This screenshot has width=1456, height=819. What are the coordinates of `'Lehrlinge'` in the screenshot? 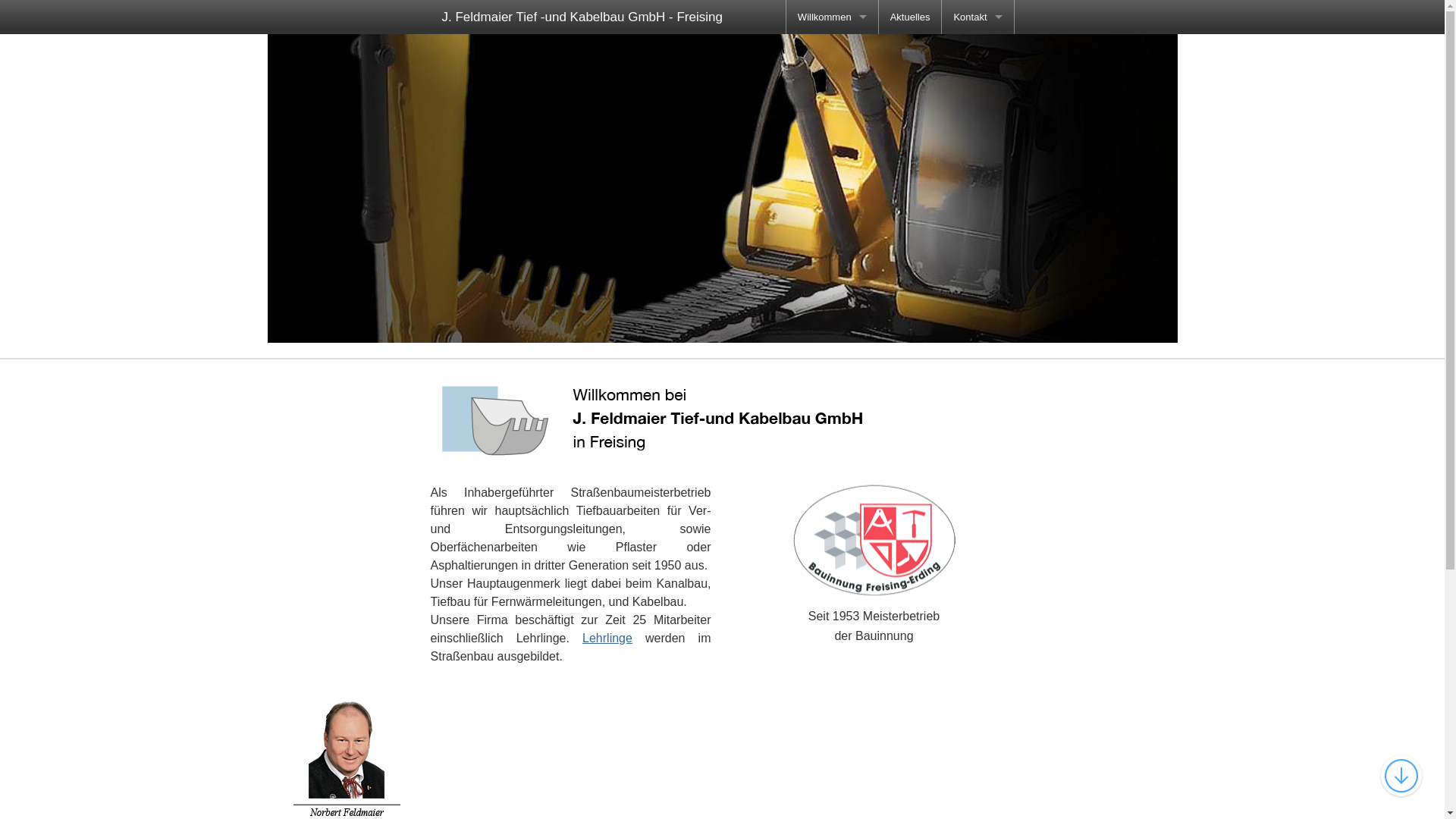 It's located at (582, 638).